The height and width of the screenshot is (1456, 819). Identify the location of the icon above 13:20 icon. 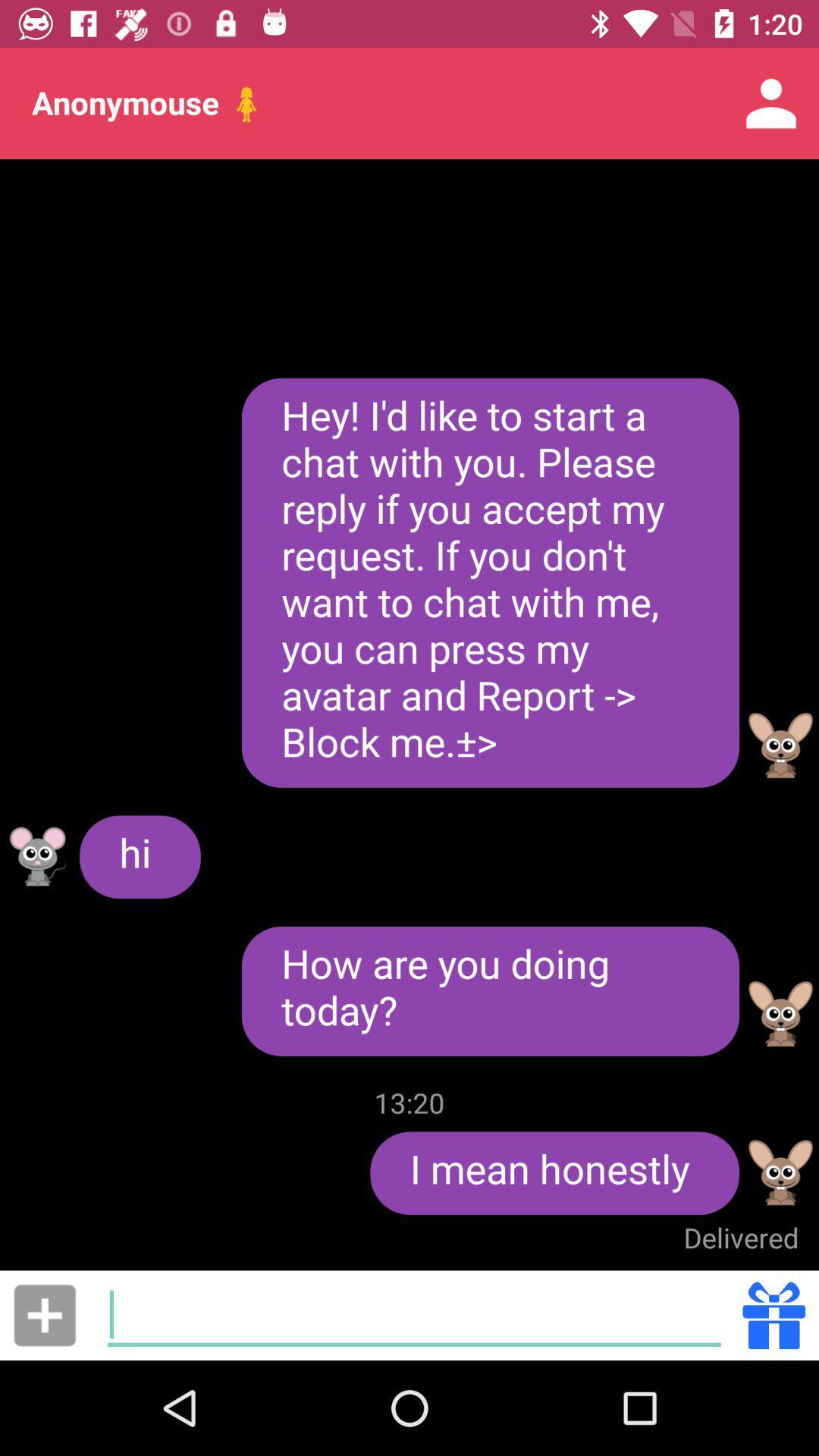
(490, 991).